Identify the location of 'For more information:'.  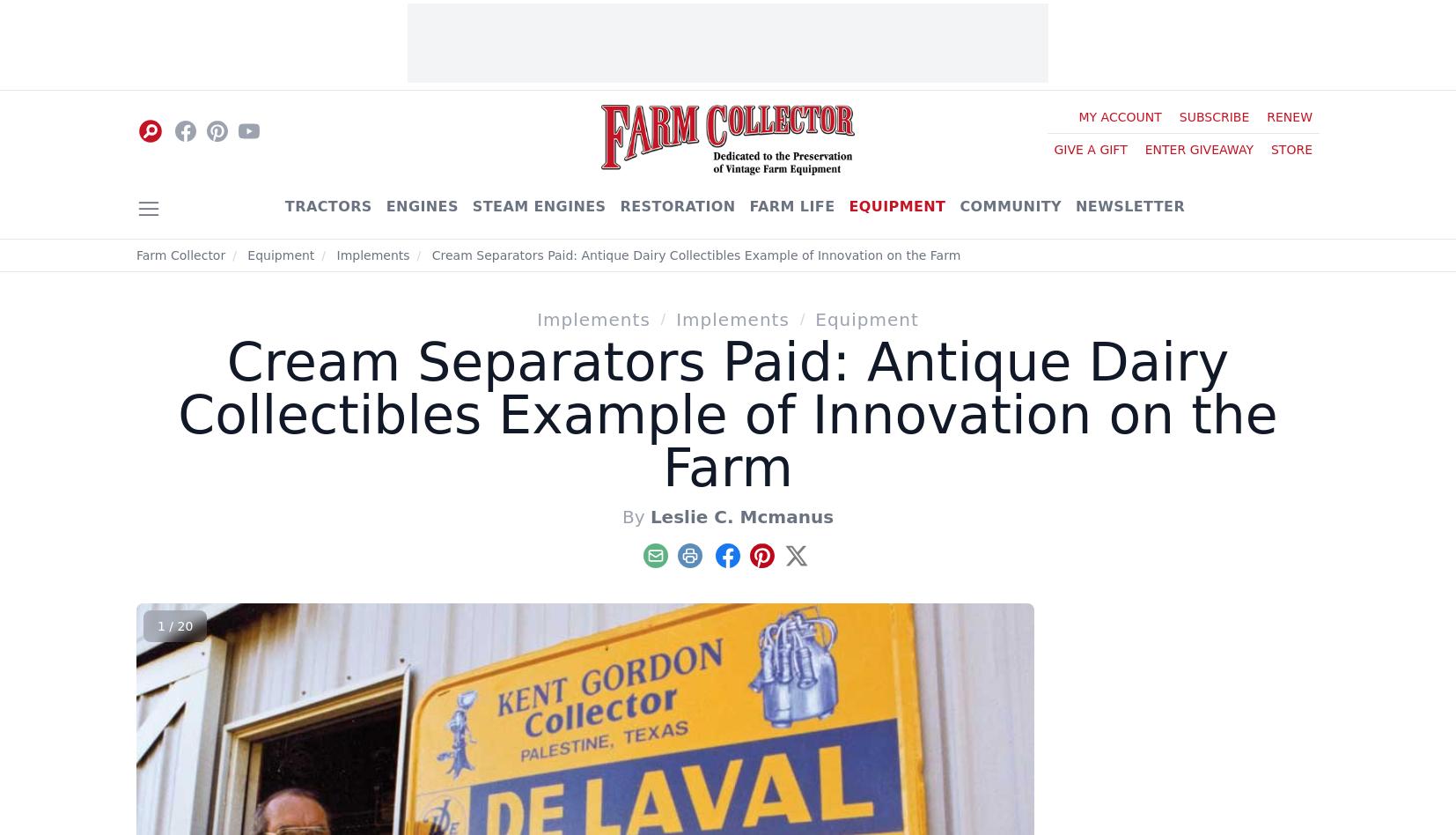
(349, 263).